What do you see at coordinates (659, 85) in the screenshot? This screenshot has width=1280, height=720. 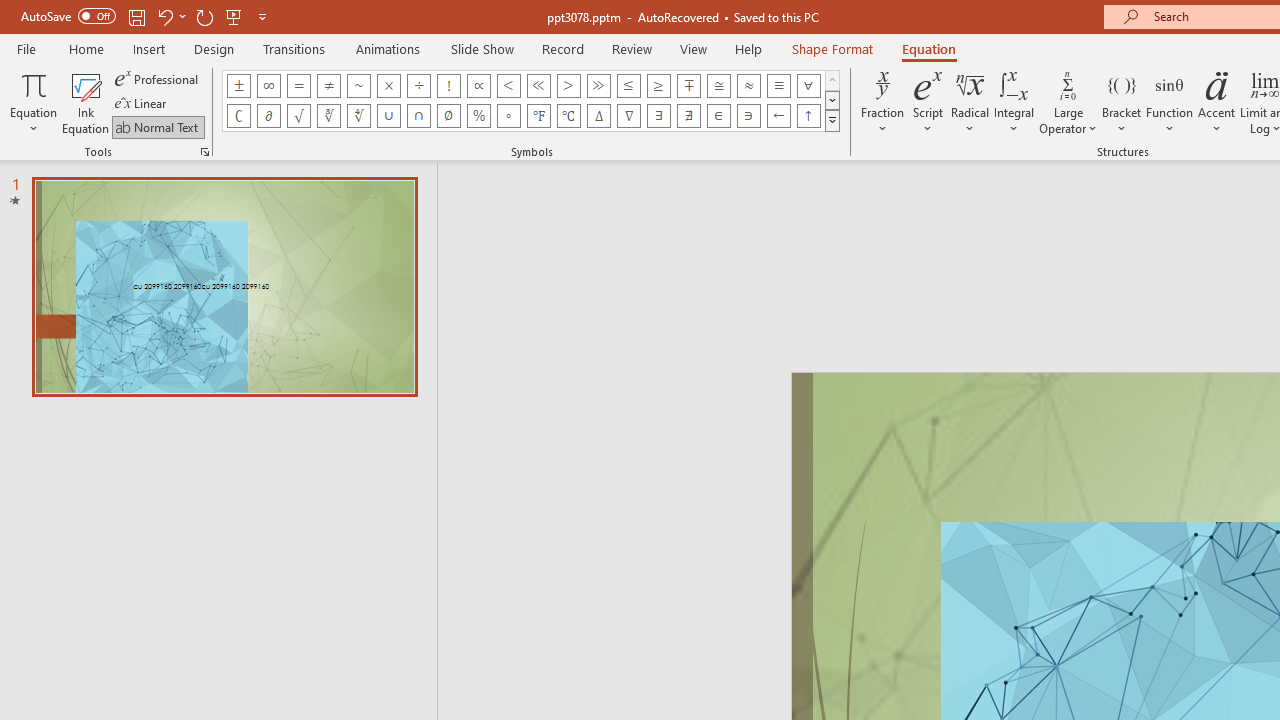 I see `'Equation Symbol Greater Than or Equal To'` at bounding box center [659, 85].